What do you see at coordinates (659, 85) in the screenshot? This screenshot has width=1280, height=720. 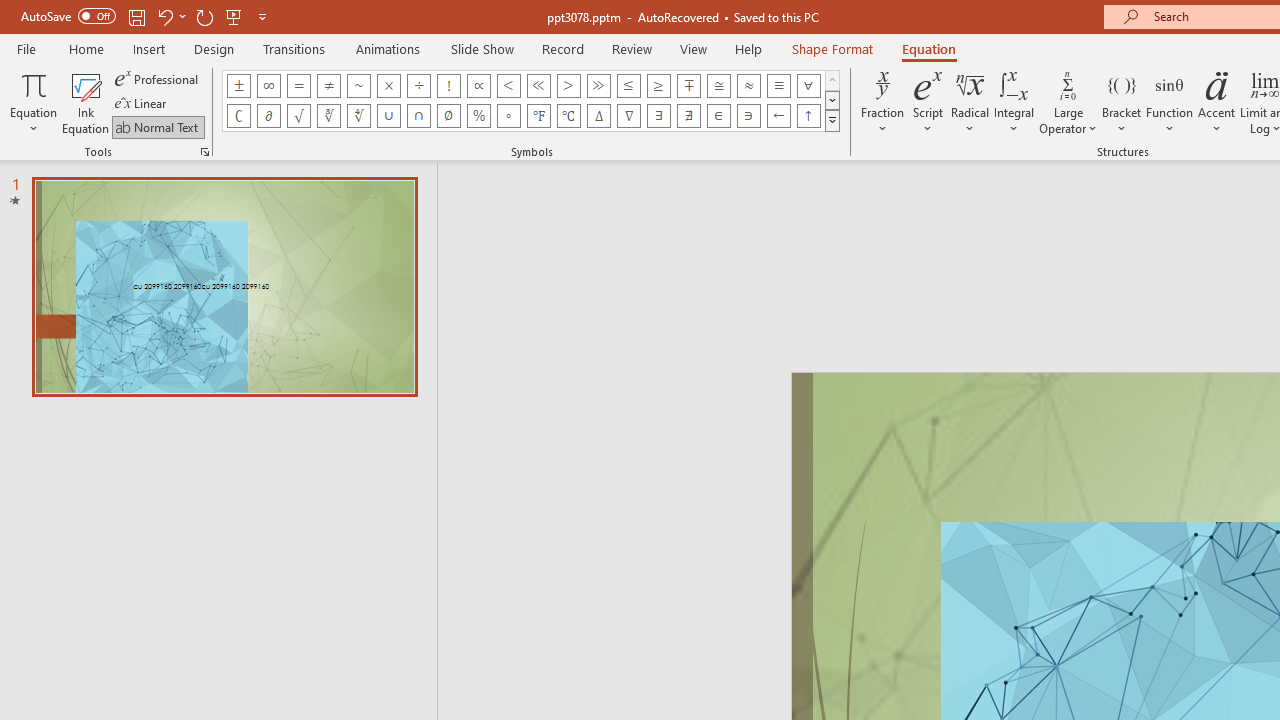 I see `'Equation Symbol Greater Than or Equal To'` at bounding box center [659, 85].